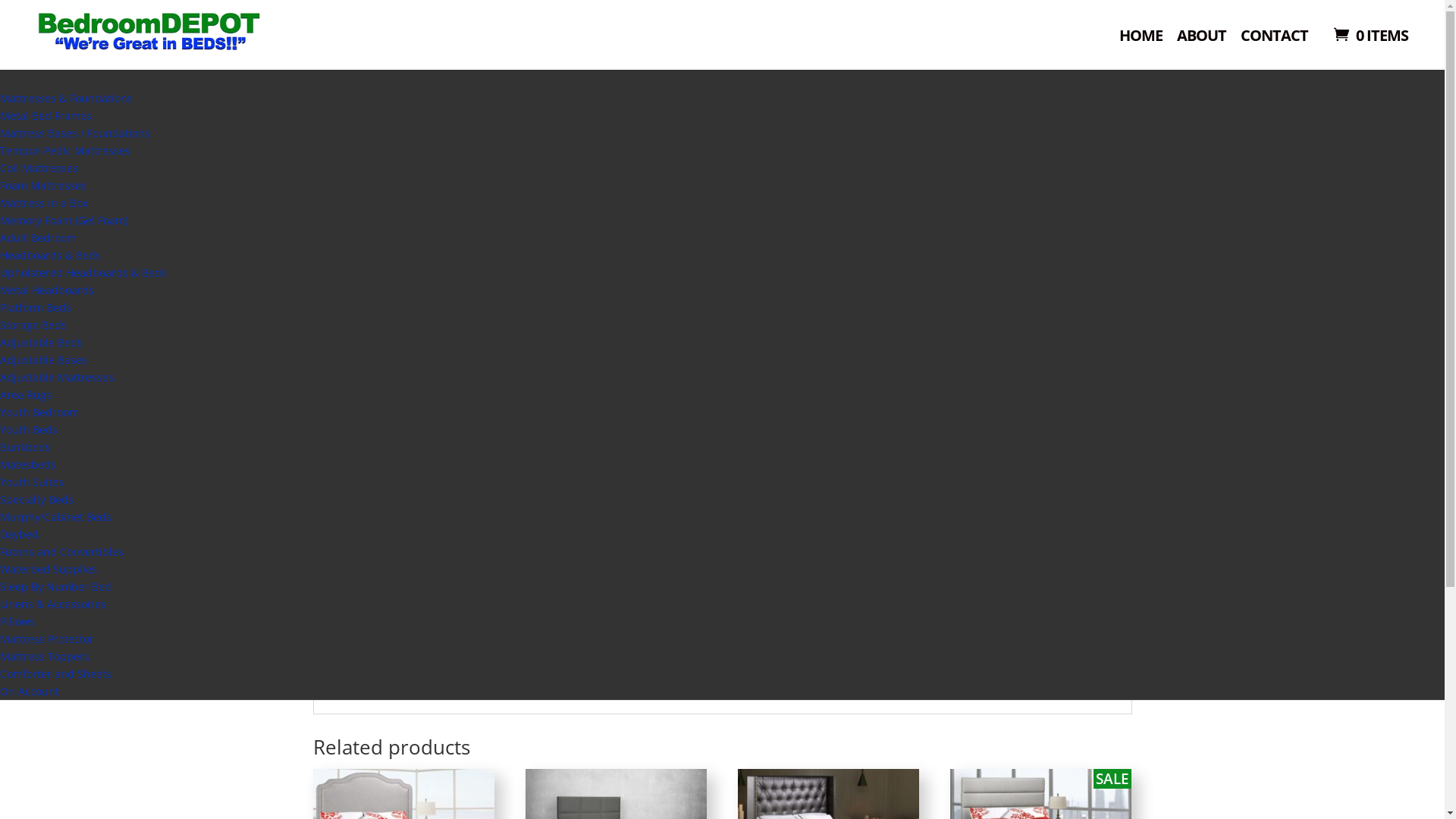  I want to click on 'Youth Bedroom', so click(39, 412).